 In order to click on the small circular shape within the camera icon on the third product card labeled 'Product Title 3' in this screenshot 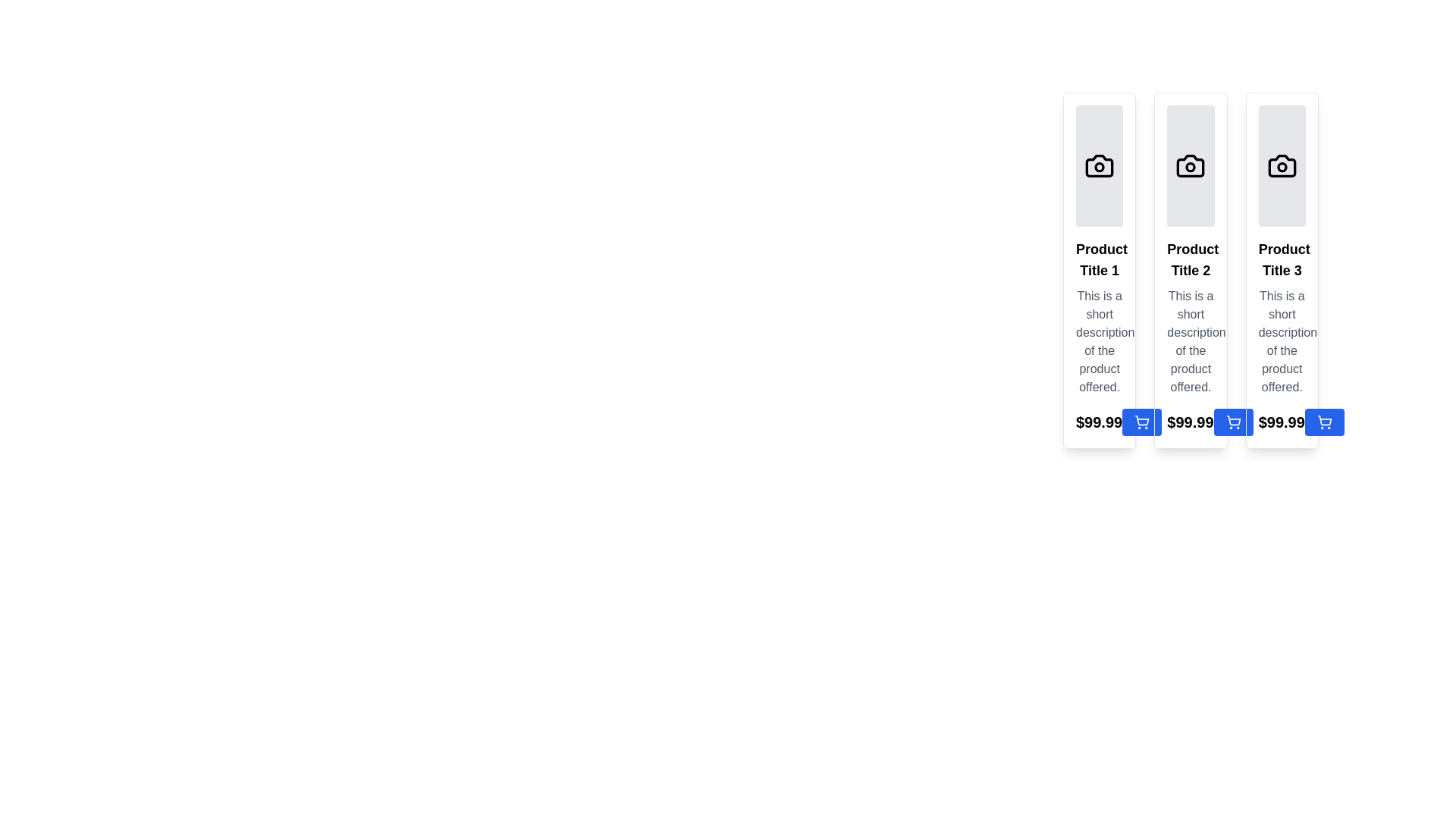, I will do `click(1281, 167)`.